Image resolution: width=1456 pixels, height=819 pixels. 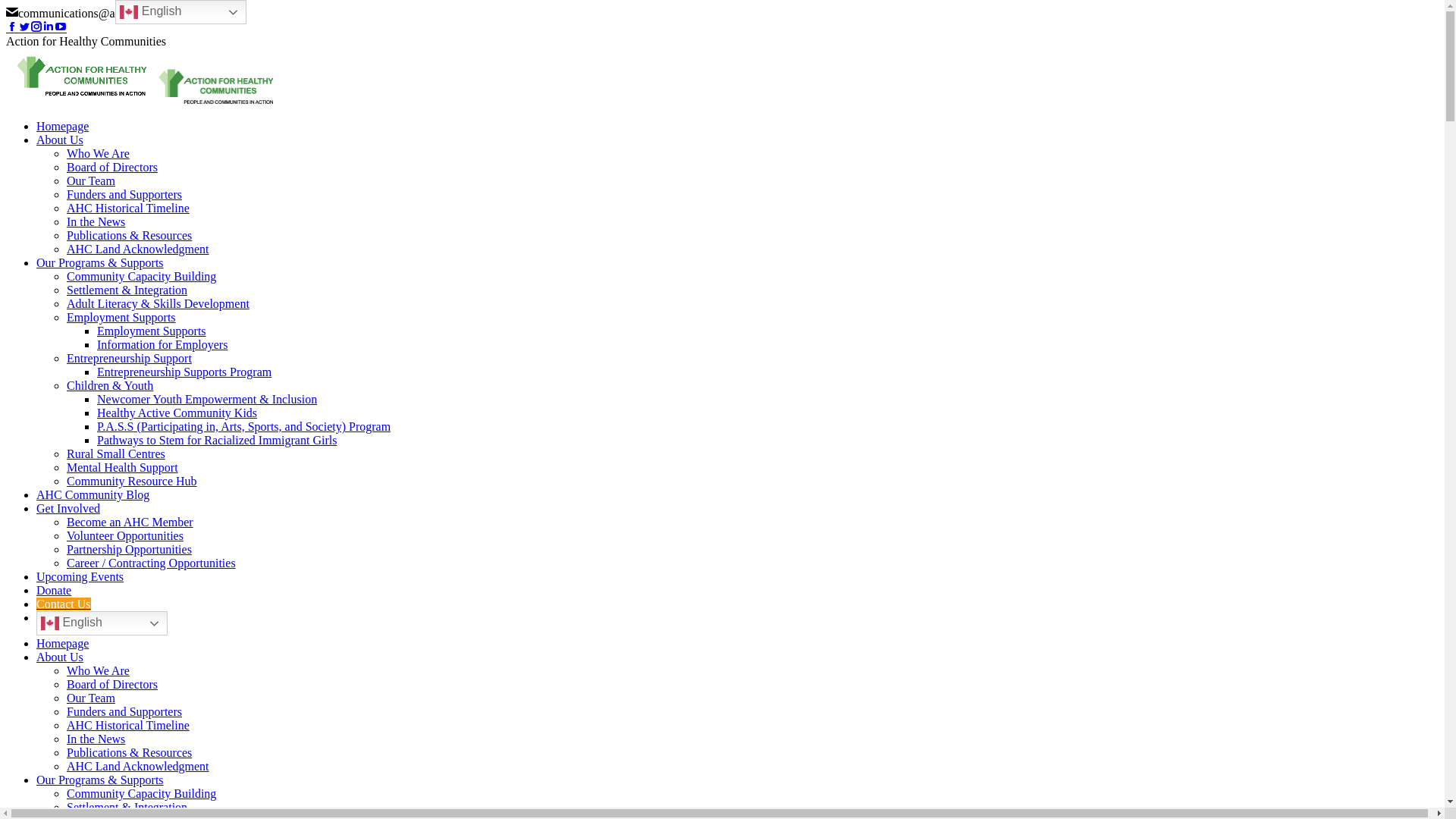 I want to click on 'Career / Contracting Opportunities', so click(x=151, y=563).